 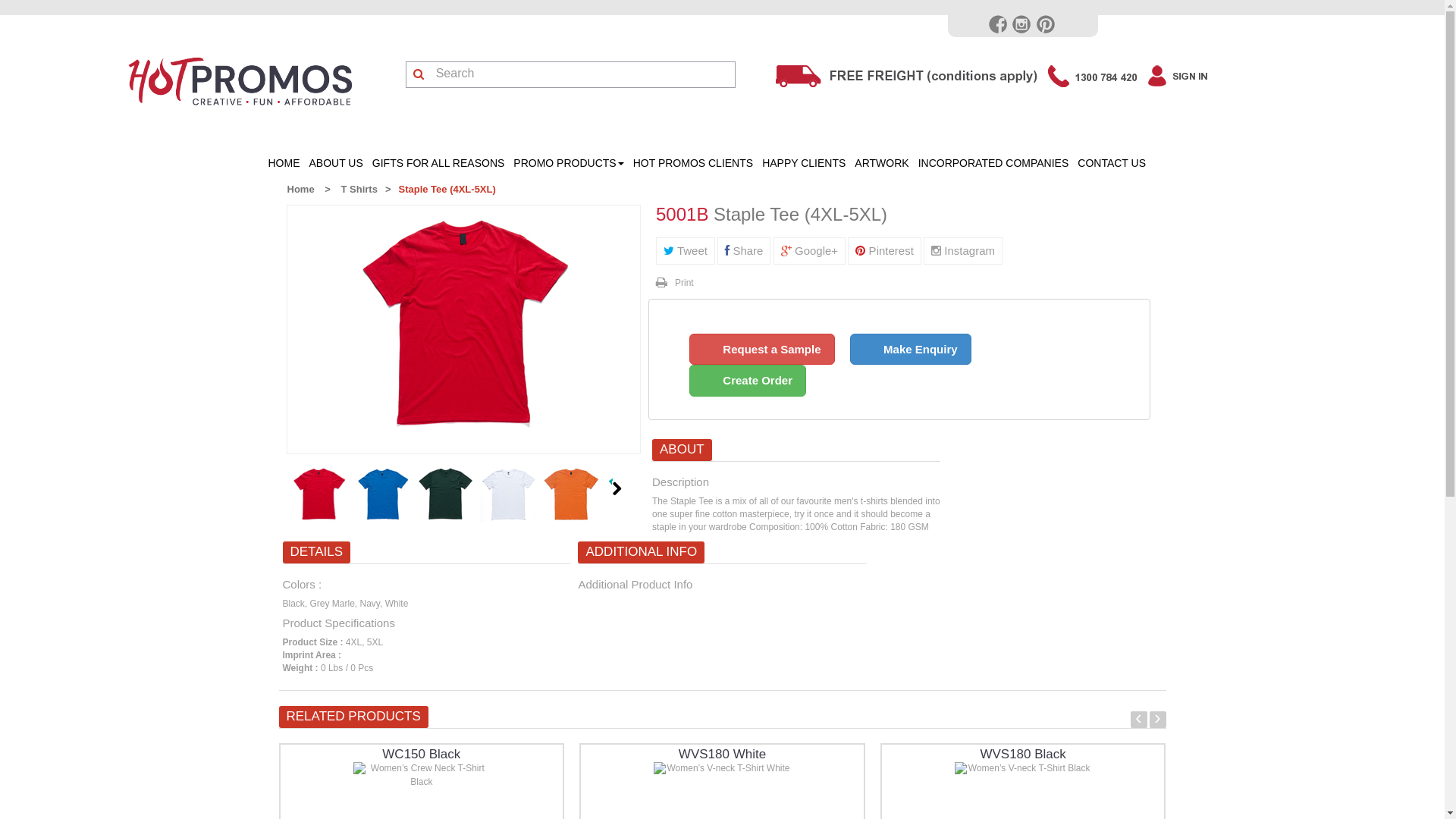 What do you see at coordinates (300, 188) in the screenshot?
I see `'Home'` at bounding box center [300, 188].